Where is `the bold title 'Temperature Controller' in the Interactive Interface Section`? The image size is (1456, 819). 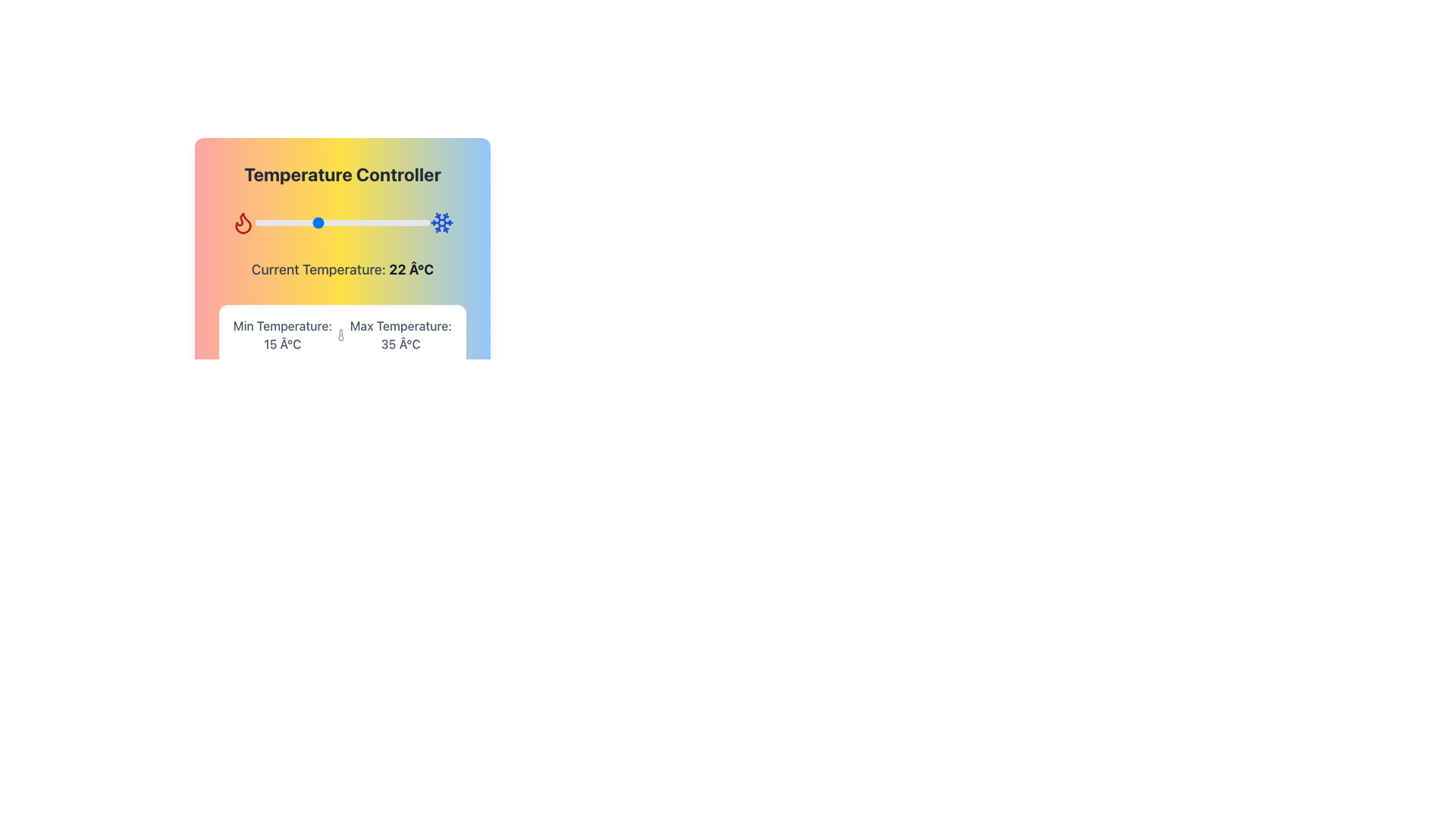 the bold title 'Temperature Controller' in the Interactive Interface Section is located at coordinates (341, 262).